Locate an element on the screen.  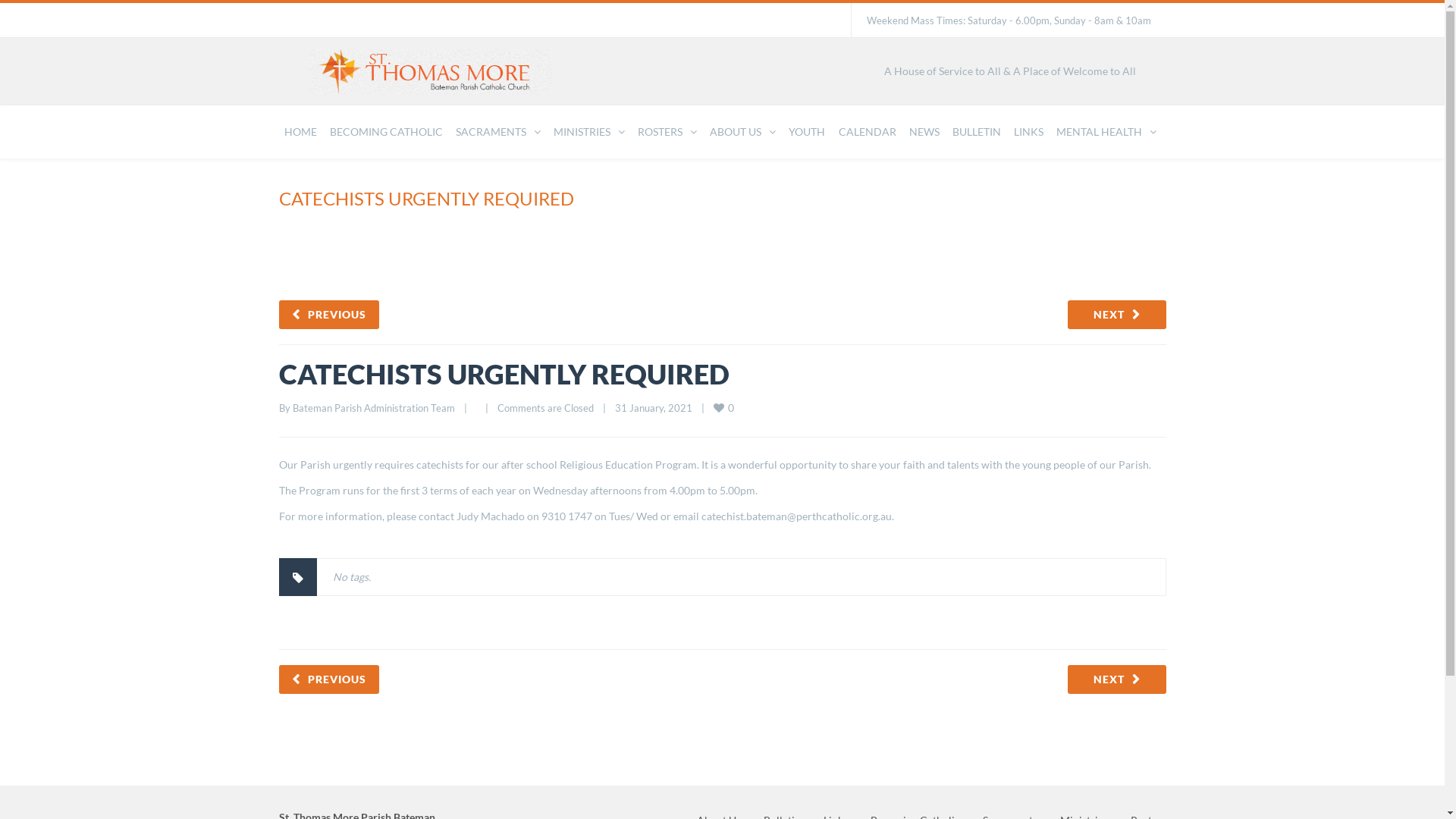
'BECOMING CATHOLIC' is located at coordinates (329, 130).